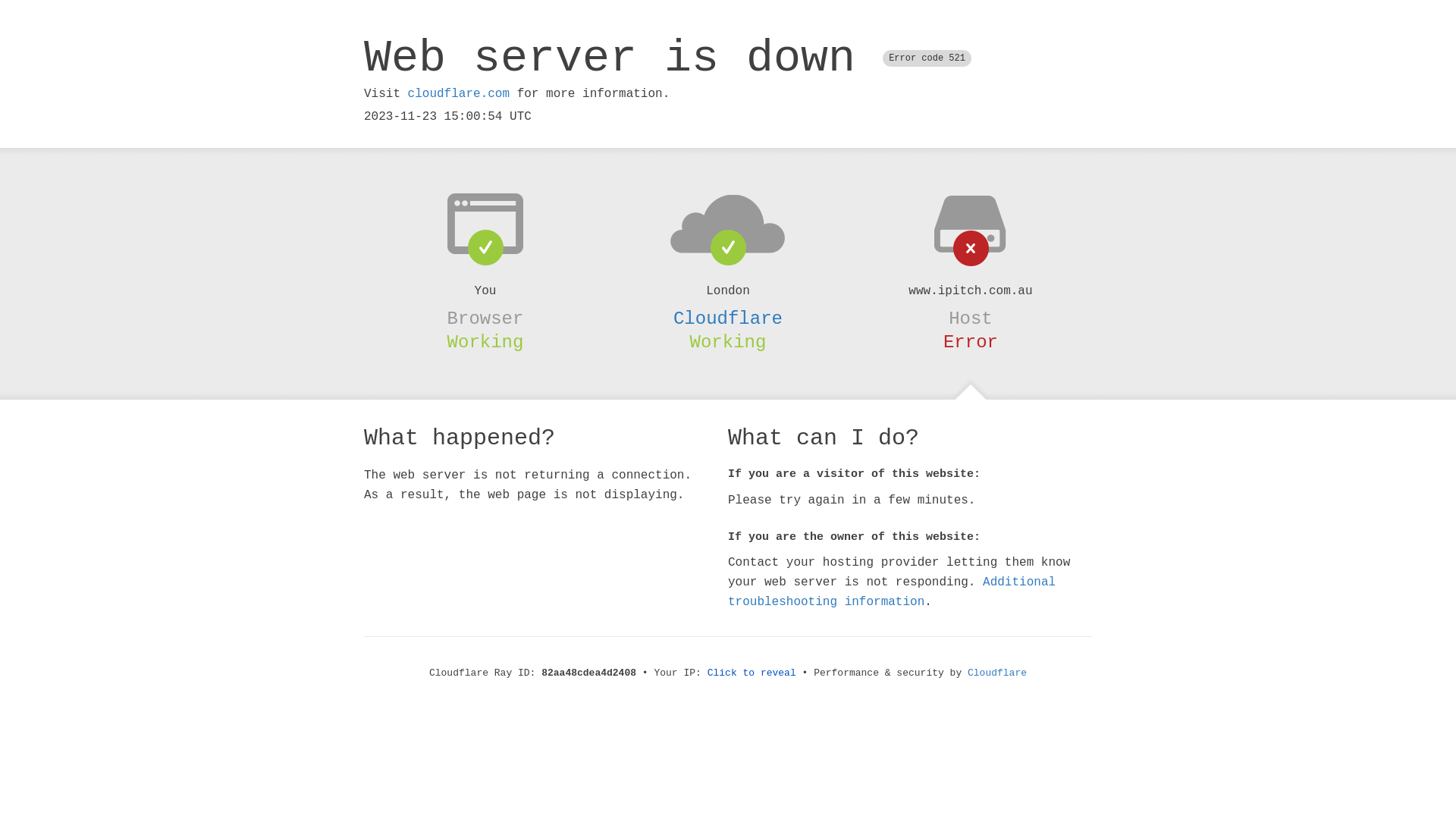 Image resolution: width=1456 pixels, height=819 pixels. What do you see at coordinates (892, 591) in the screenshot?
I see `'Additional troubleshooting information'` at bounding box center [892, 591].